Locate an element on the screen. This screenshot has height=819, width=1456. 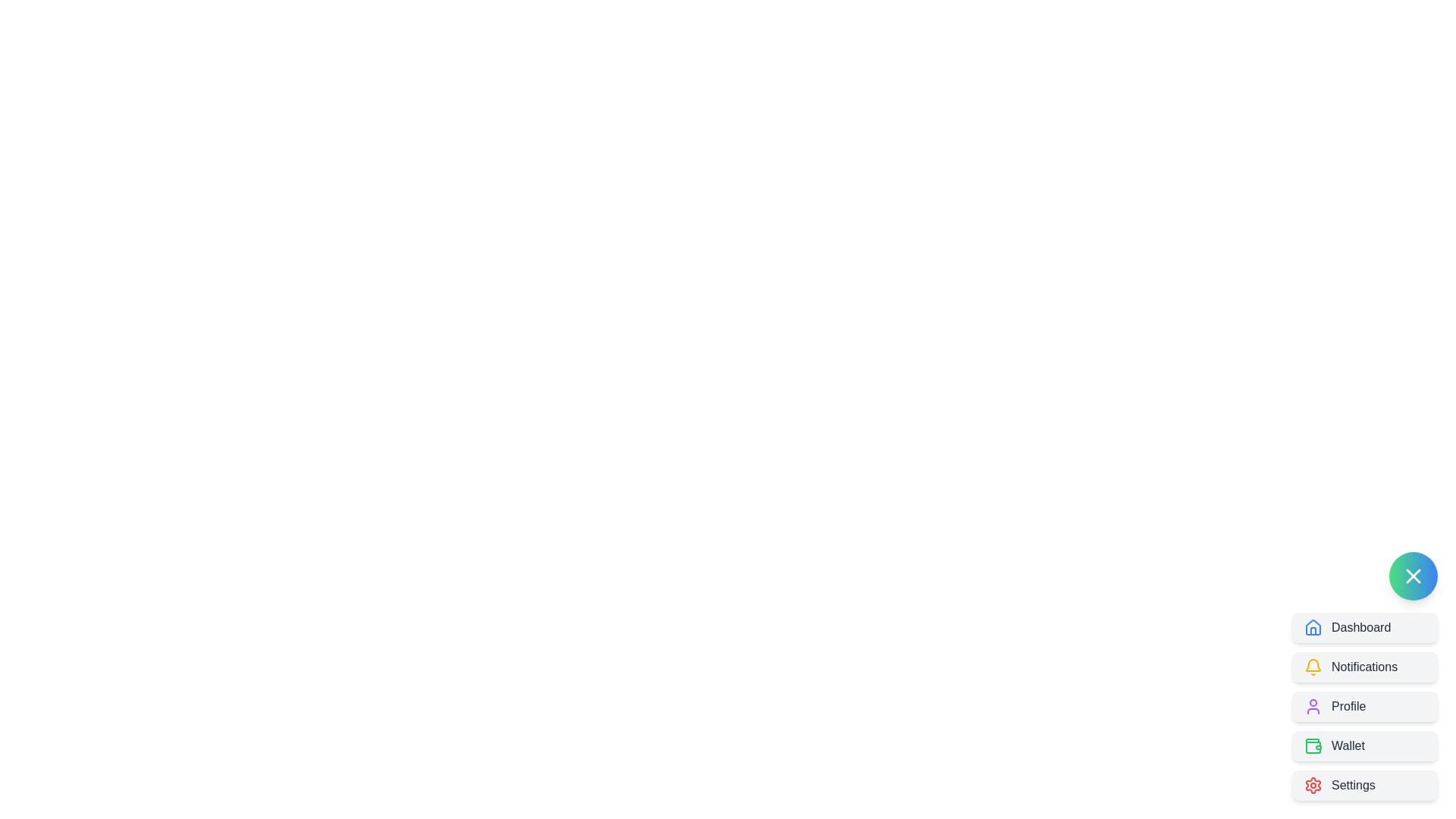
the Bell Symbol icon, which symbolizes notifications is located at coordinates (1313, 664).